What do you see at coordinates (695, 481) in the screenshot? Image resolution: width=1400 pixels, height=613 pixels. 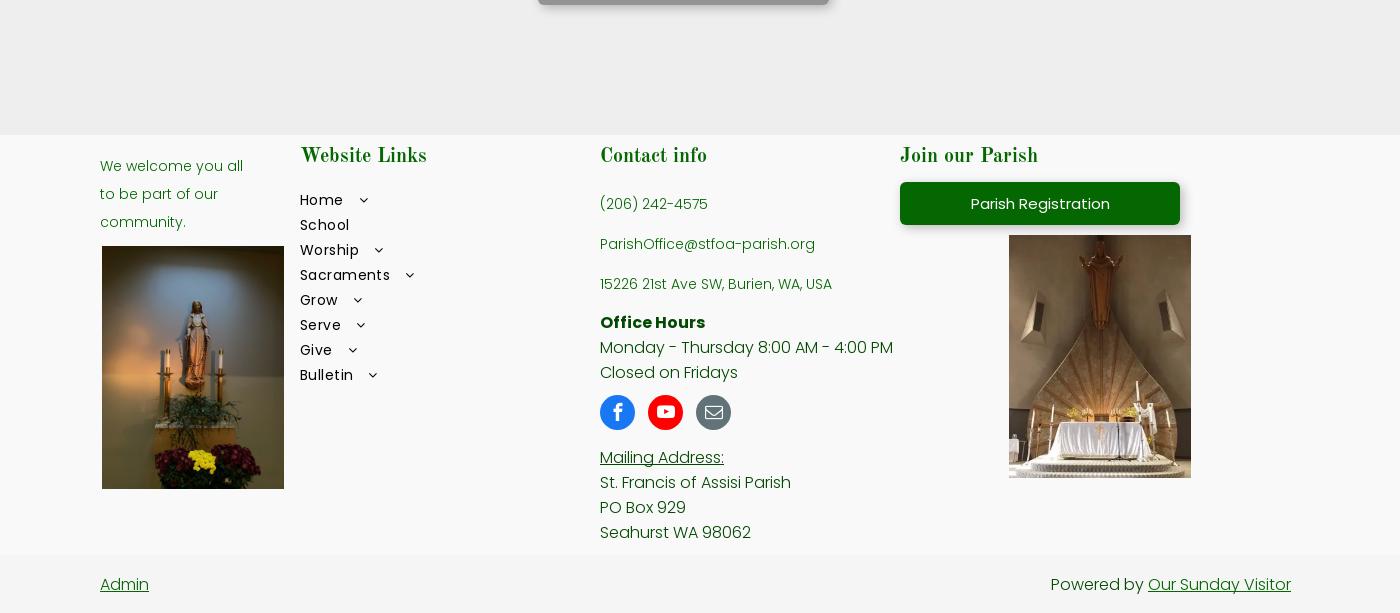 I see `'St. Francis of Assisi Parish'` at bounding box center [695, 481].